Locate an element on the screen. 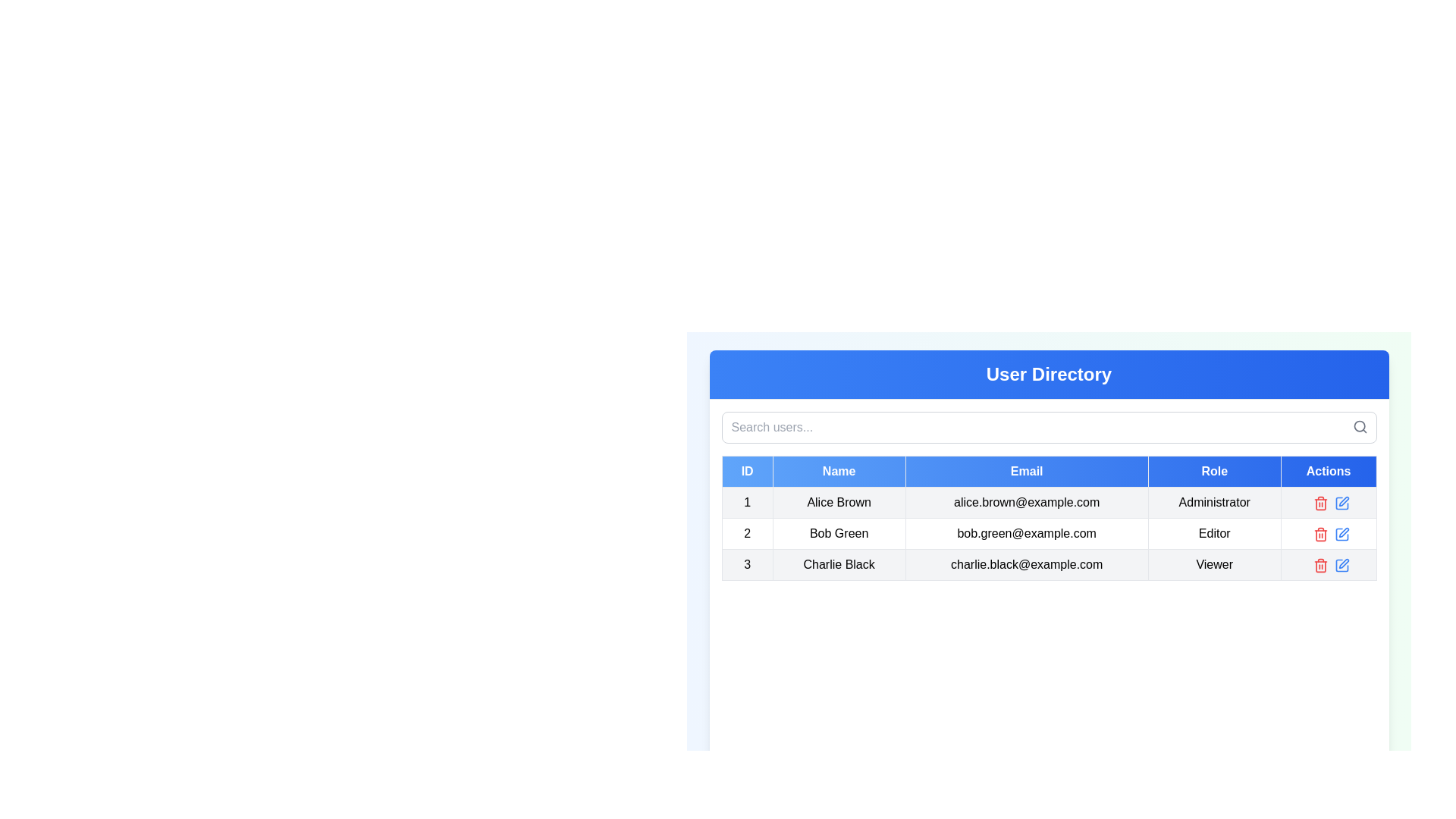  the static text field displaying the email address 'charlie.black@example.com' located in the 'Email' column of the third row in the 'User Directory' section is located at coordinates (1027, 564).